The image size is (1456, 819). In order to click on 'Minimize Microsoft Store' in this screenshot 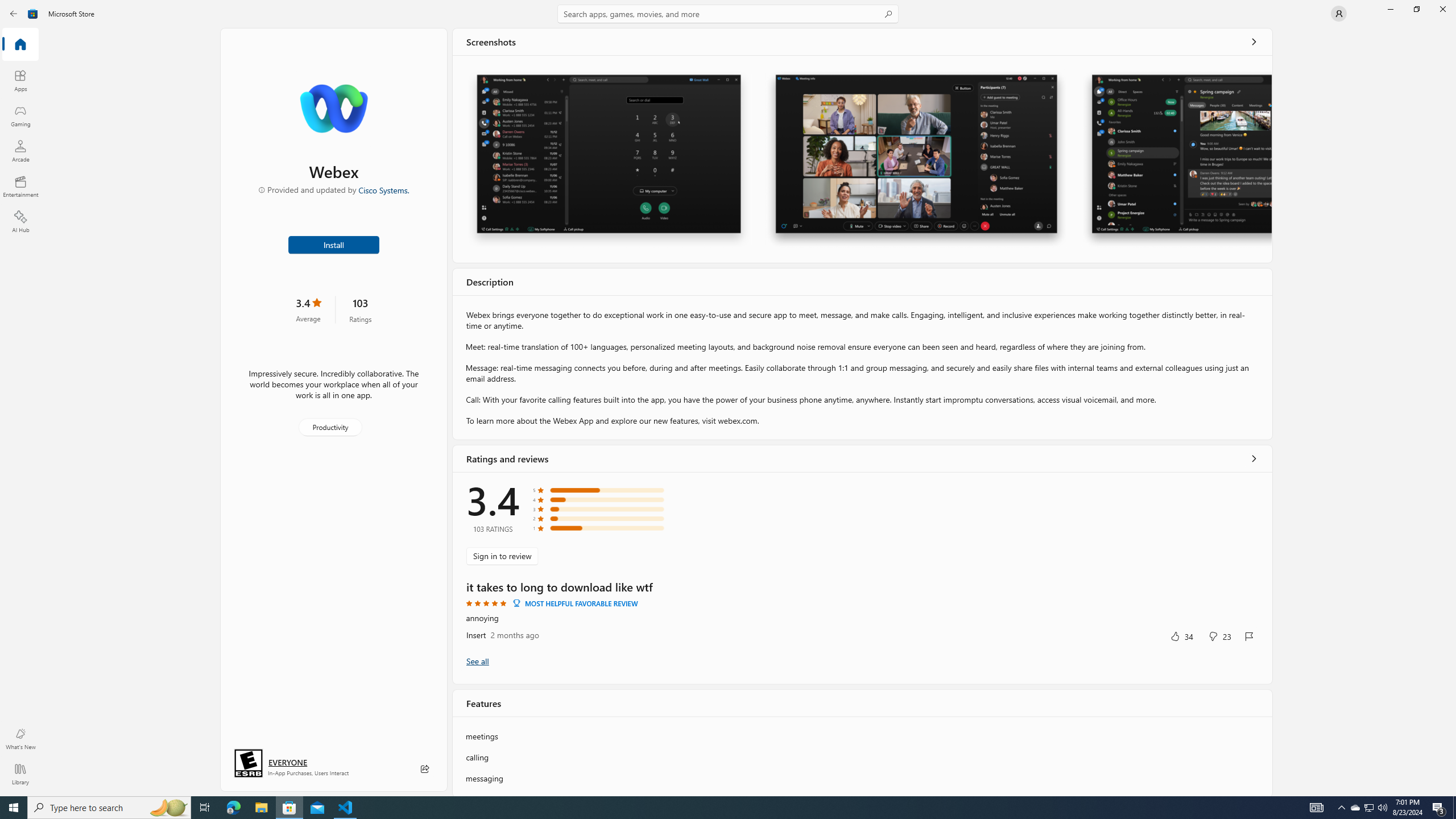, I will do `click(1389, 9)`.